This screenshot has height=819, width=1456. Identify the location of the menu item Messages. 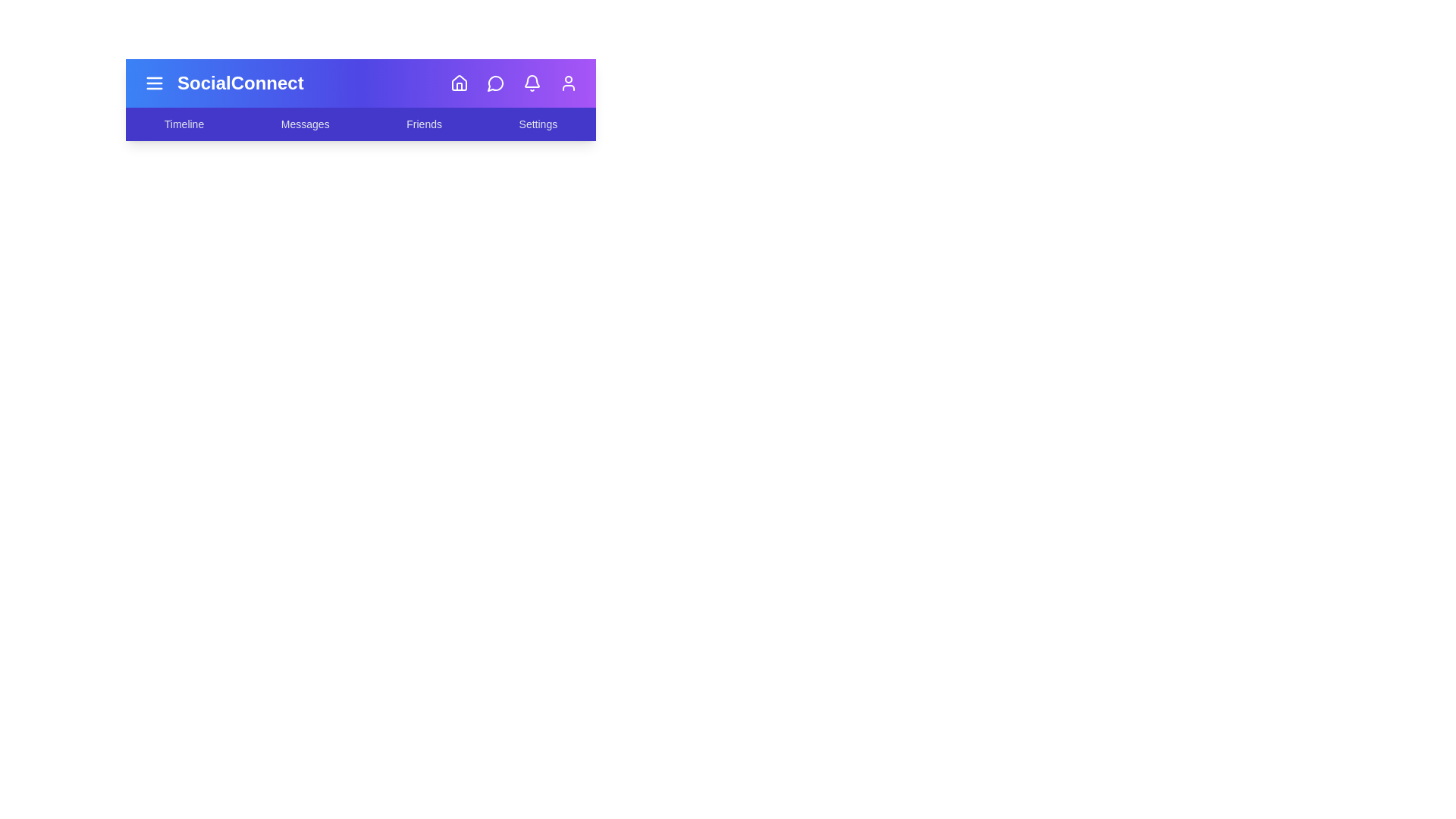
(304, 124).